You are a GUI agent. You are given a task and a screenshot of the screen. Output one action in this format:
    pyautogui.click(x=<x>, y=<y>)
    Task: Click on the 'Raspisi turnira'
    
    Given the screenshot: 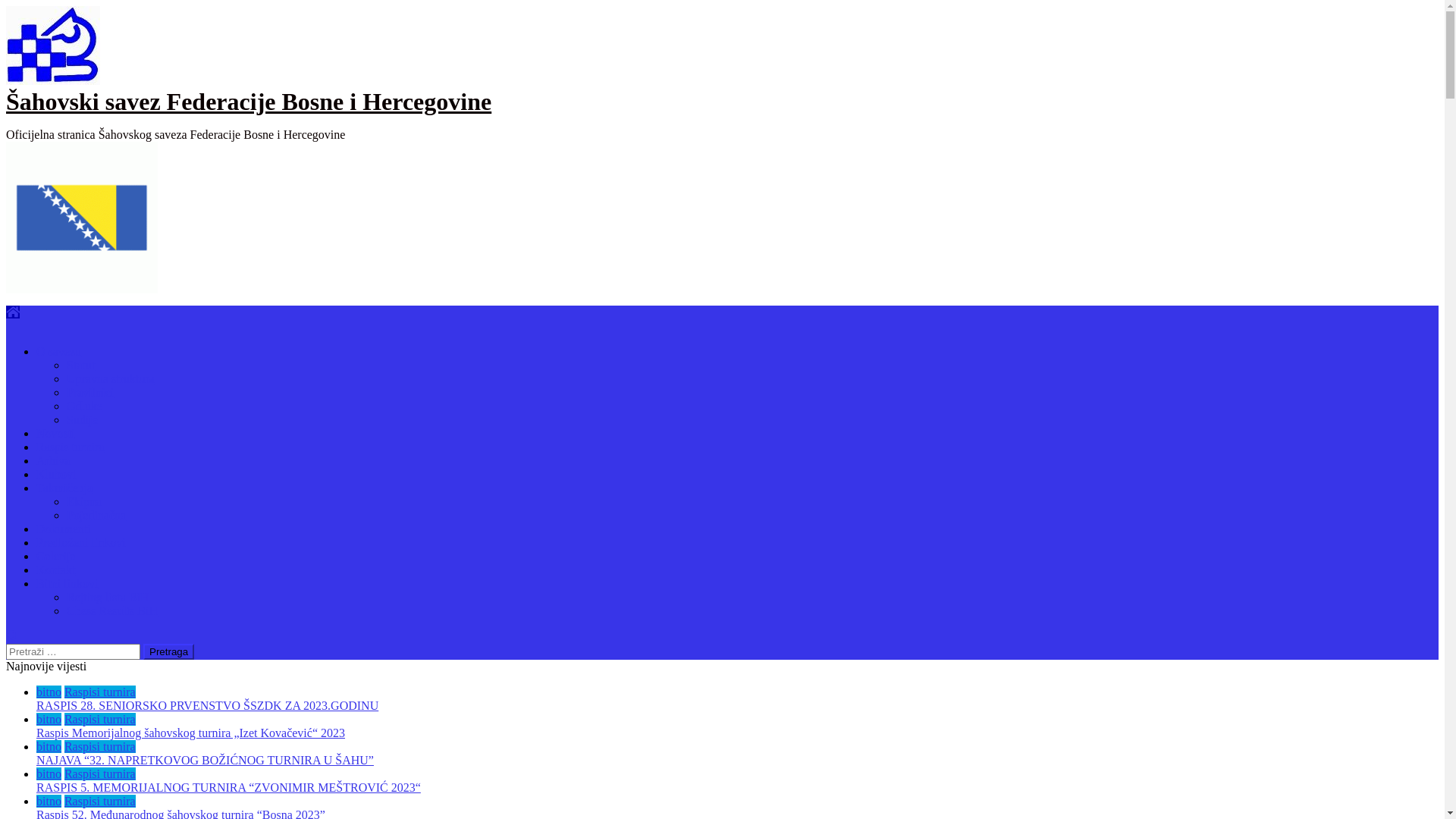 What is the action you would take?
    pyautogui.click(x=64, y=745)
    